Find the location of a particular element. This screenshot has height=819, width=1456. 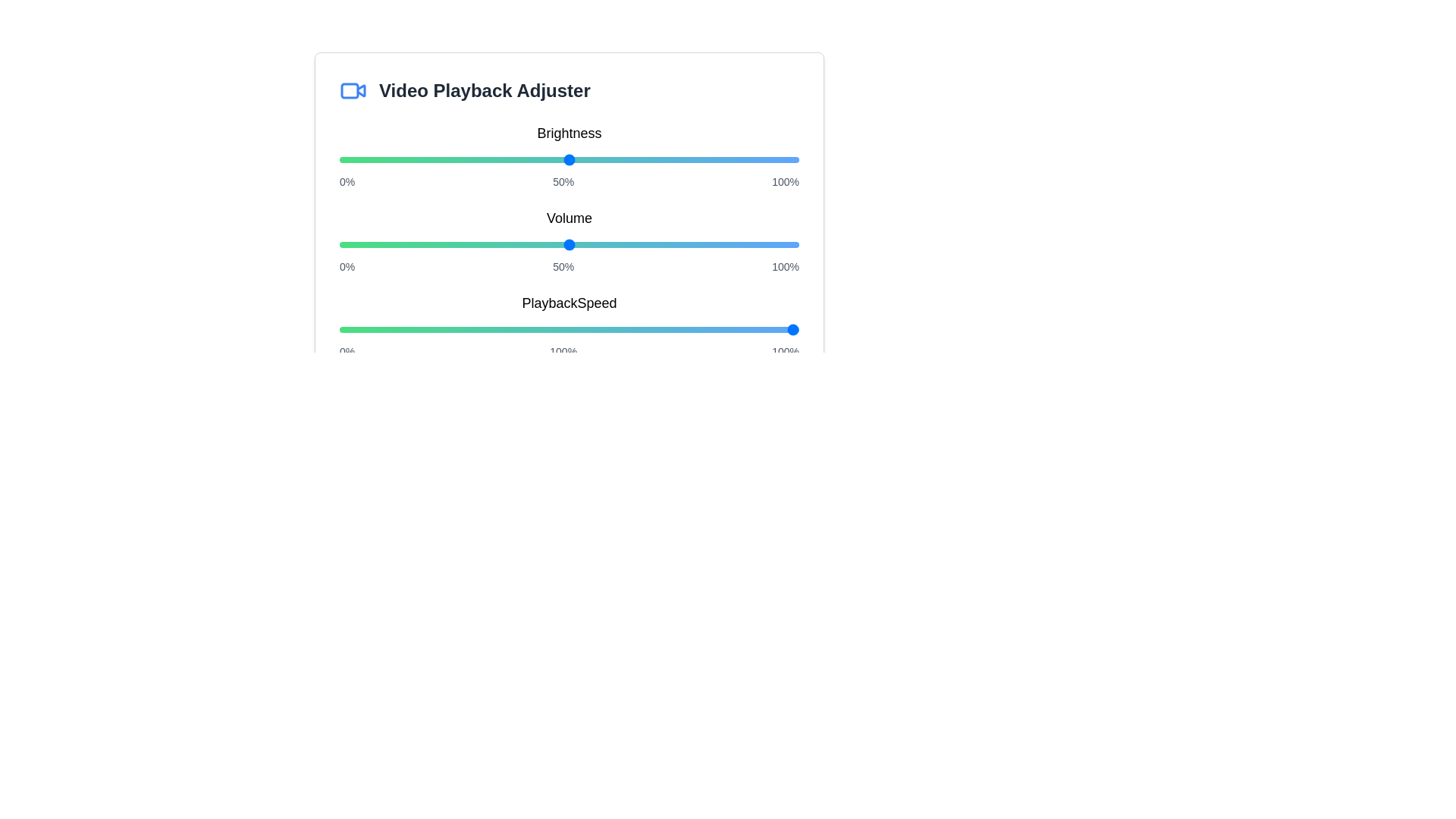

the brightness slider to 25% is located at coordinates (453, 160).